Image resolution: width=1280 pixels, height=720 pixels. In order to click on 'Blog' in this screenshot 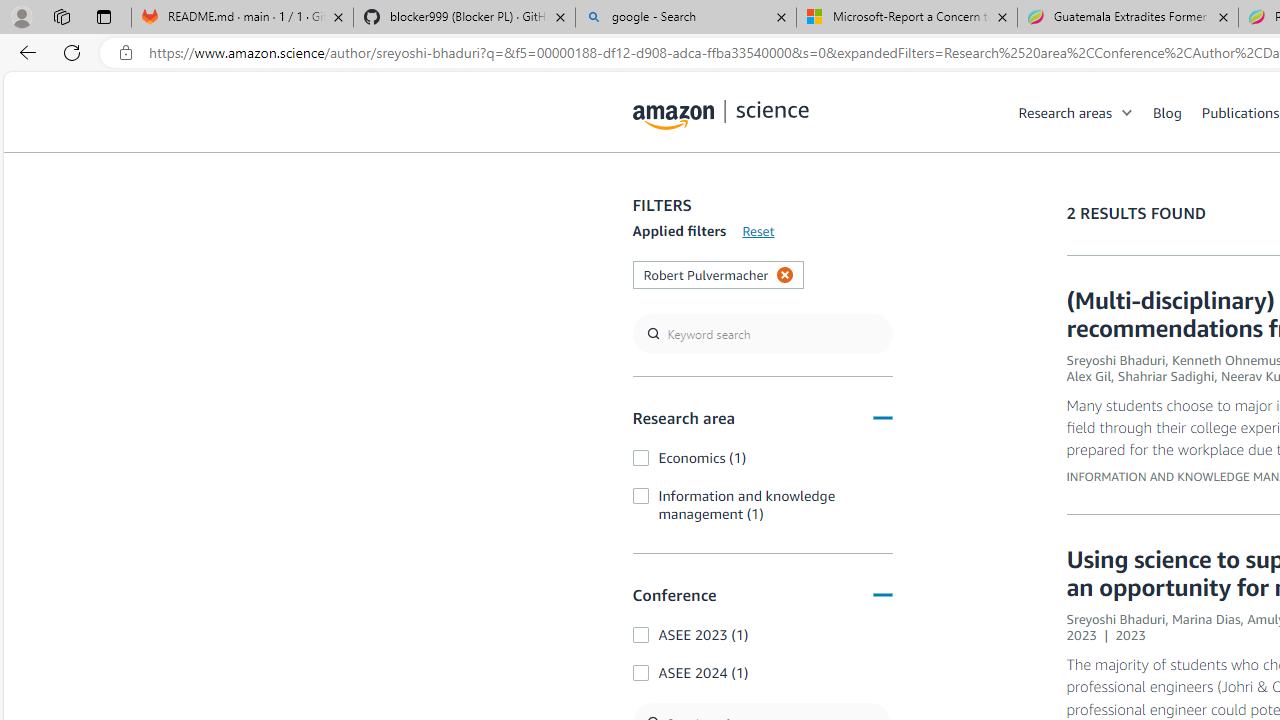, I will do `click(1177, 111)`.